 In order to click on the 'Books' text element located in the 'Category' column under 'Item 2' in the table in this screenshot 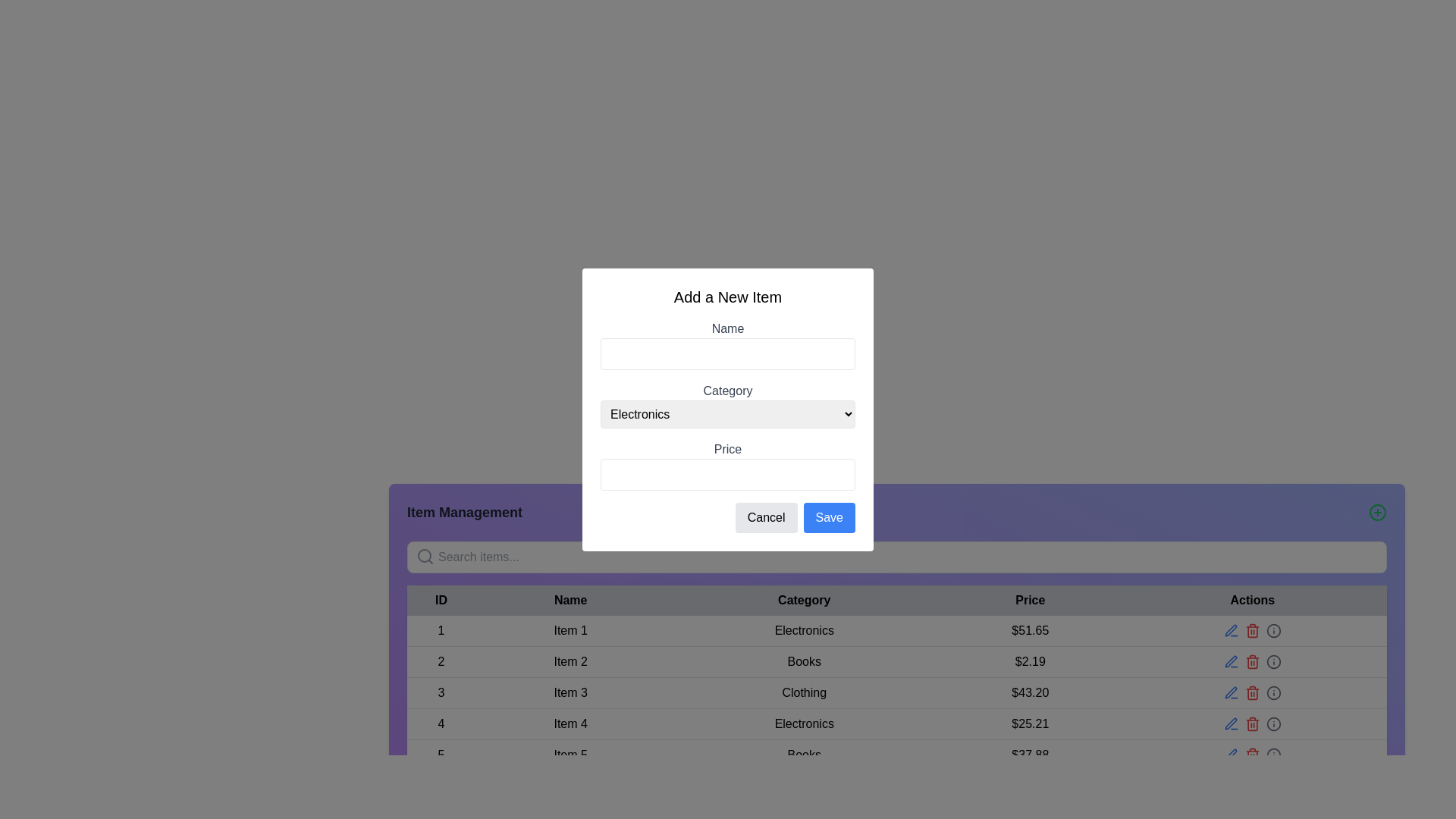, I will do `click(803, 661)`.